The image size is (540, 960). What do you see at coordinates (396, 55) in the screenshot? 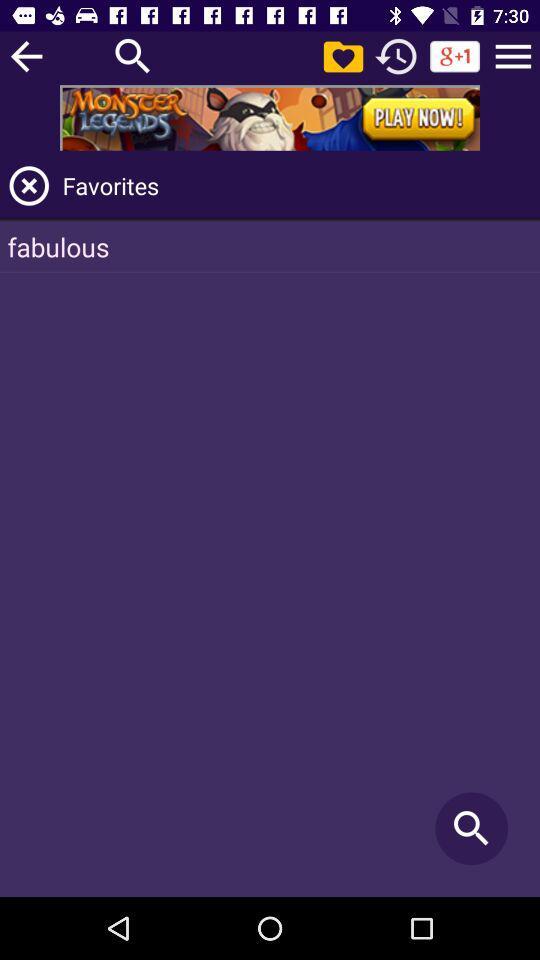
I see `the history icon` at bounding box center [396, 55].